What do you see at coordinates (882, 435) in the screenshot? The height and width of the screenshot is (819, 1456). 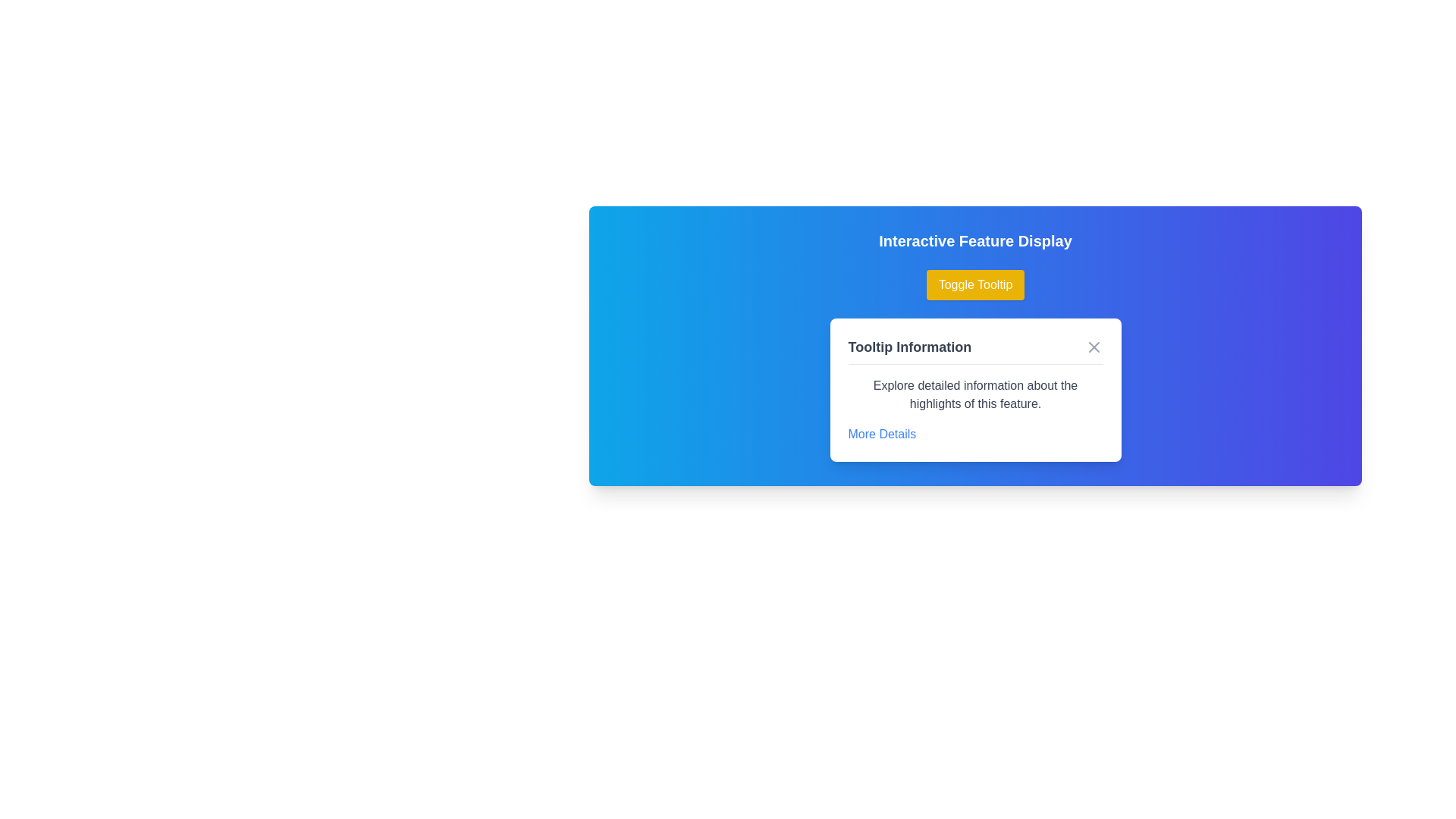 I see `the 'More Details' hyperlink styled with blue font and underlined, located in the lower-left corner of the tooltip box via keyboard navigation` at bounding box center [882, 435].